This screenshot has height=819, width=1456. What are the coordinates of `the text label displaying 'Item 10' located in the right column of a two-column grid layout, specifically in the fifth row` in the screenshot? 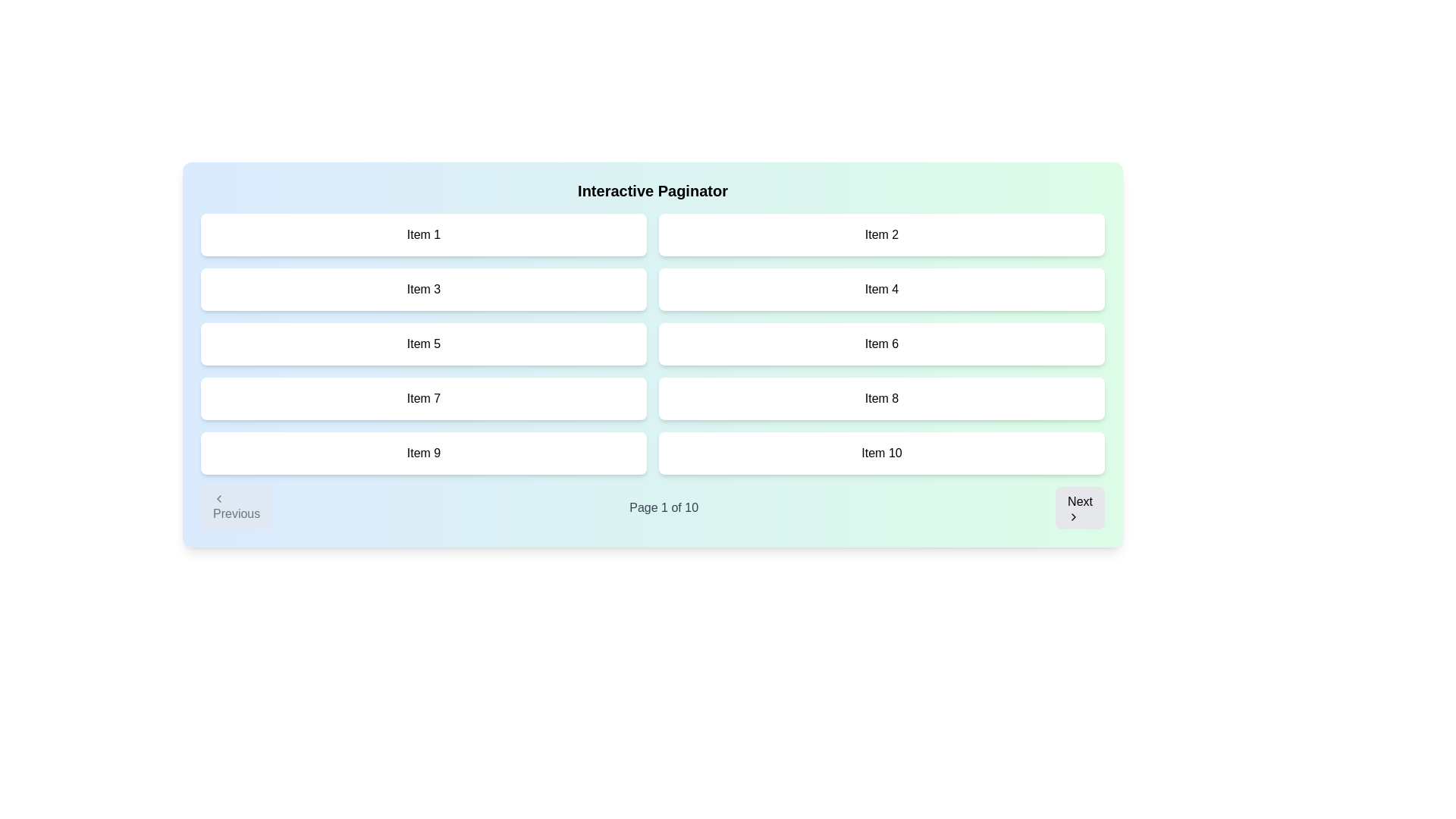 It's located at (881, 452).